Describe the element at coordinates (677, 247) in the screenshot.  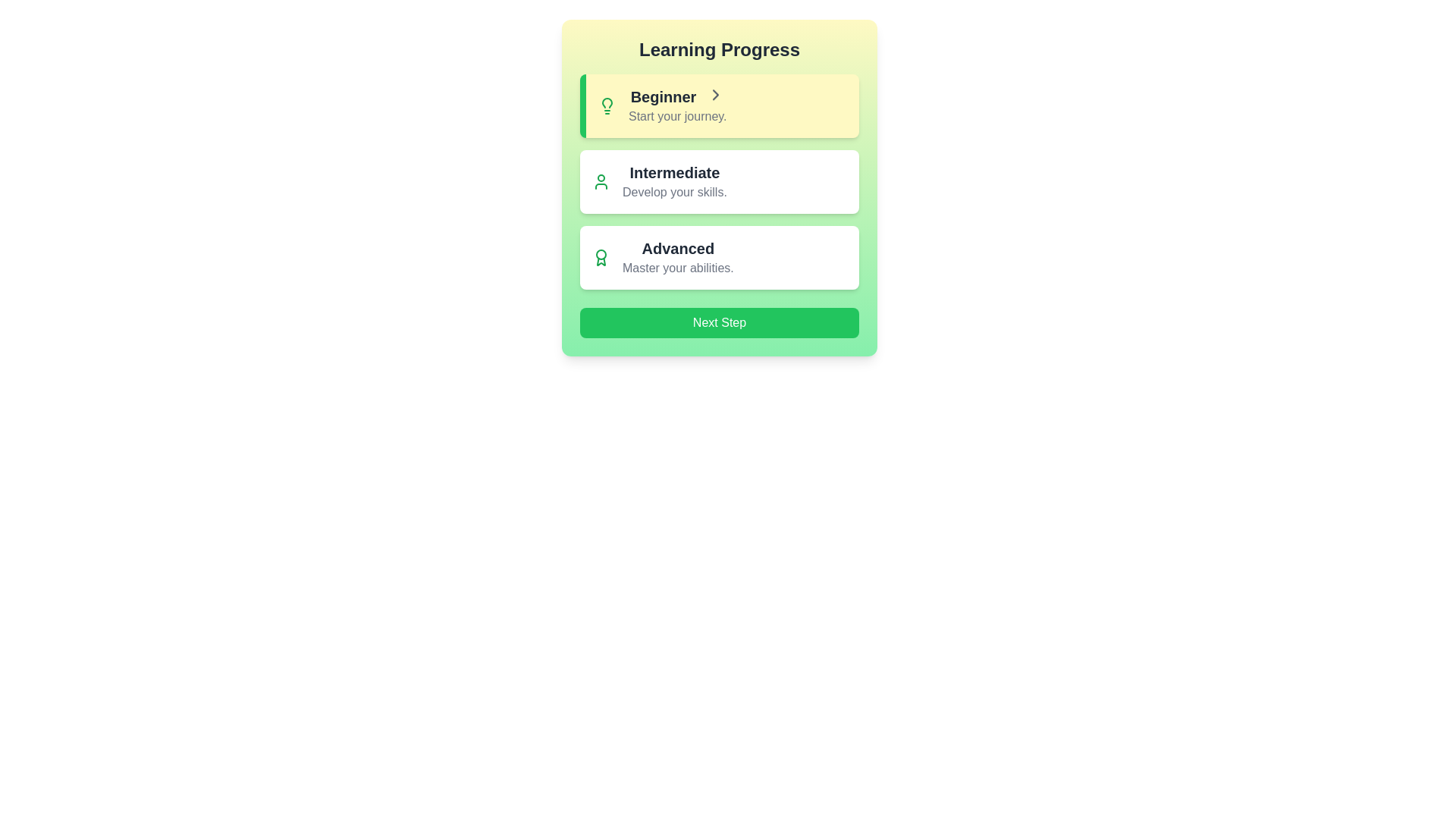
I see `the text label in the third row of the 'Learning Progress' card that indicates the advanced level in the learning progression, positioned above the text 'Master your abilities.'` at that location.